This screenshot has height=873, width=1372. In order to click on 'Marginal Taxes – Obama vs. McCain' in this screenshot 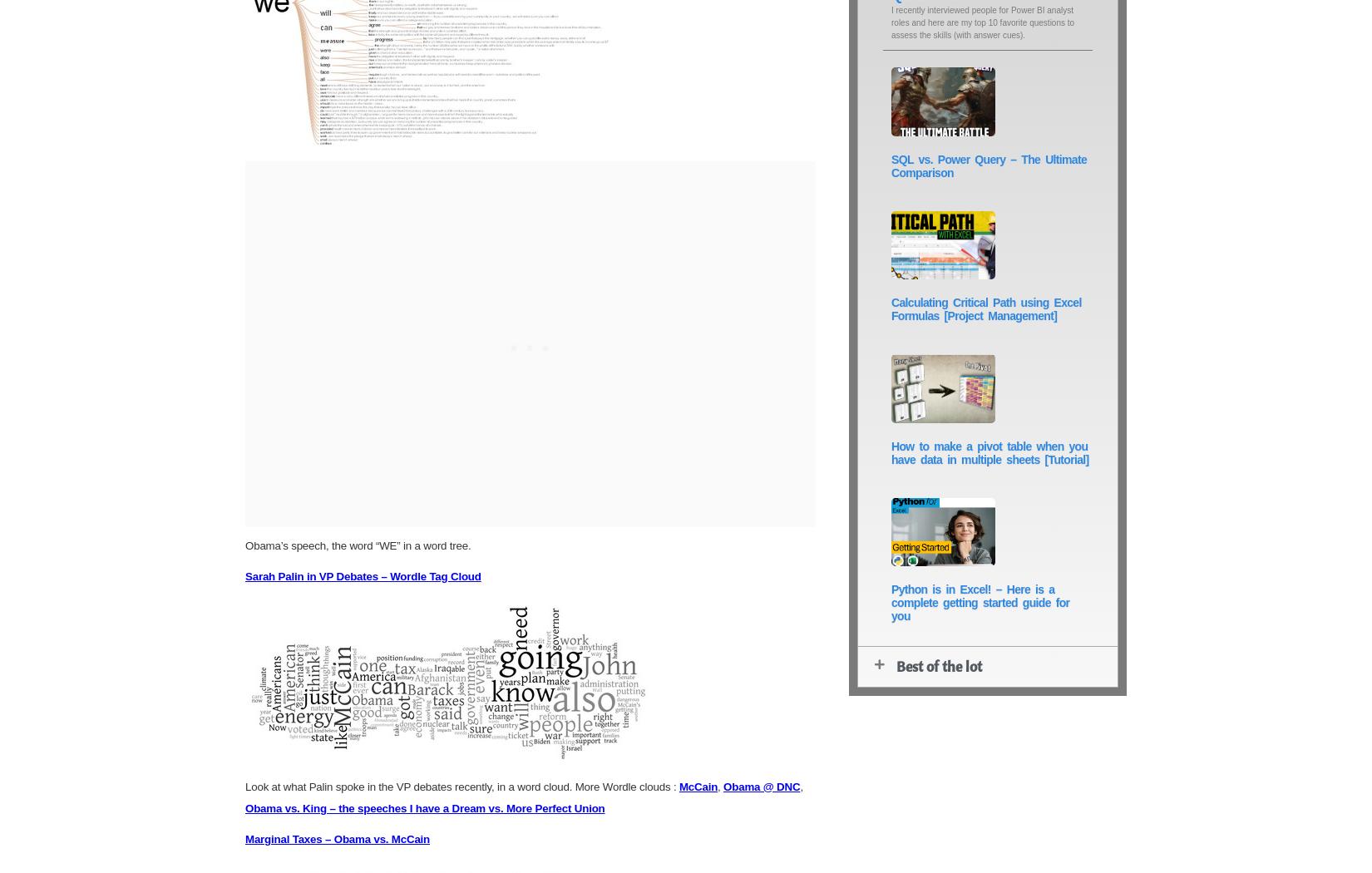, I will do `click(245, 838)`.